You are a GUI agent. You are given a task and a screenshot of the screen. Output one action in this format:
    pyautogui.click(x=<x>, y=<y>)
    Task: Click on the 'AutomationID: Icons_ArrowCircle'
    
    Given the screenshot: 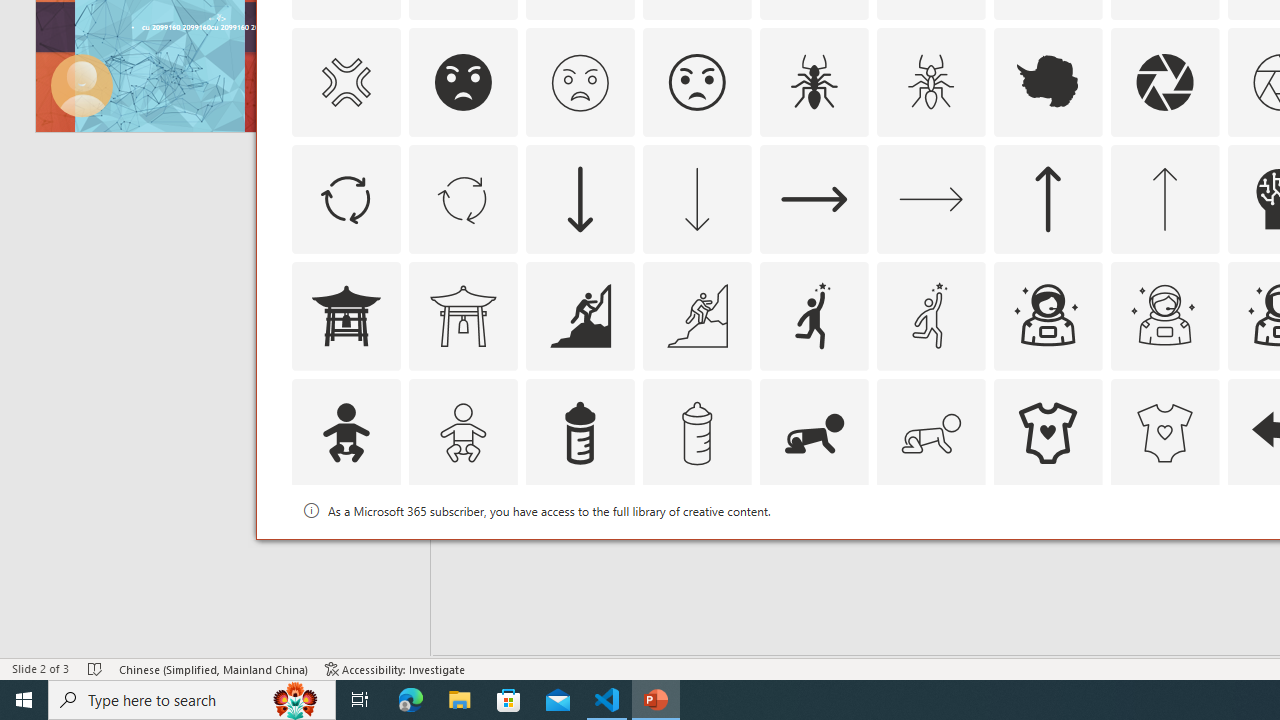 What is the action you would take?
    pyautogui.click(x=345, y=198)
    